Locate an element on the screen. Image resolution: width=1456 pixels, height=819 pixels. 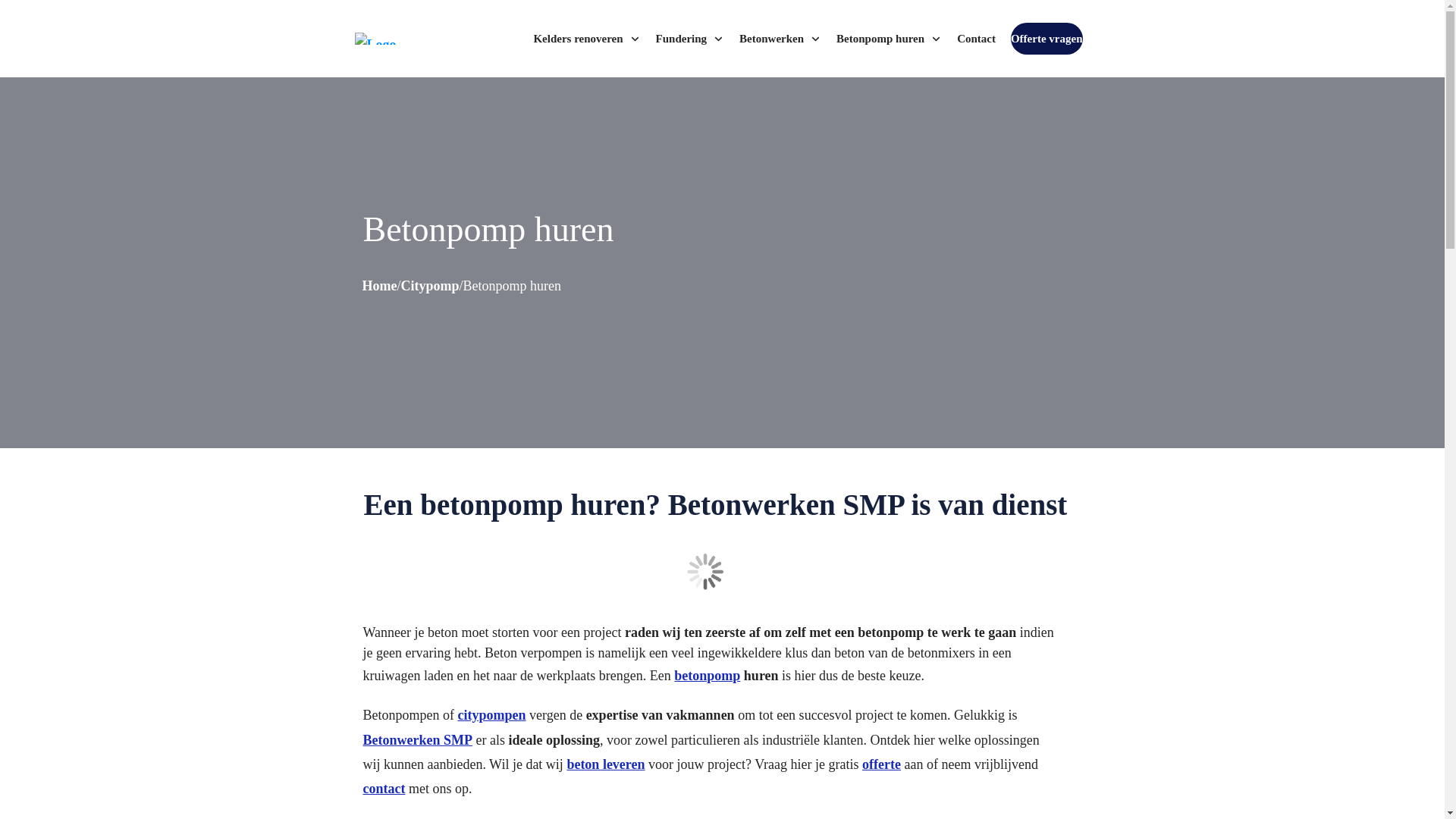
'Offerte vragen' is located at coordinates (1011, 37).